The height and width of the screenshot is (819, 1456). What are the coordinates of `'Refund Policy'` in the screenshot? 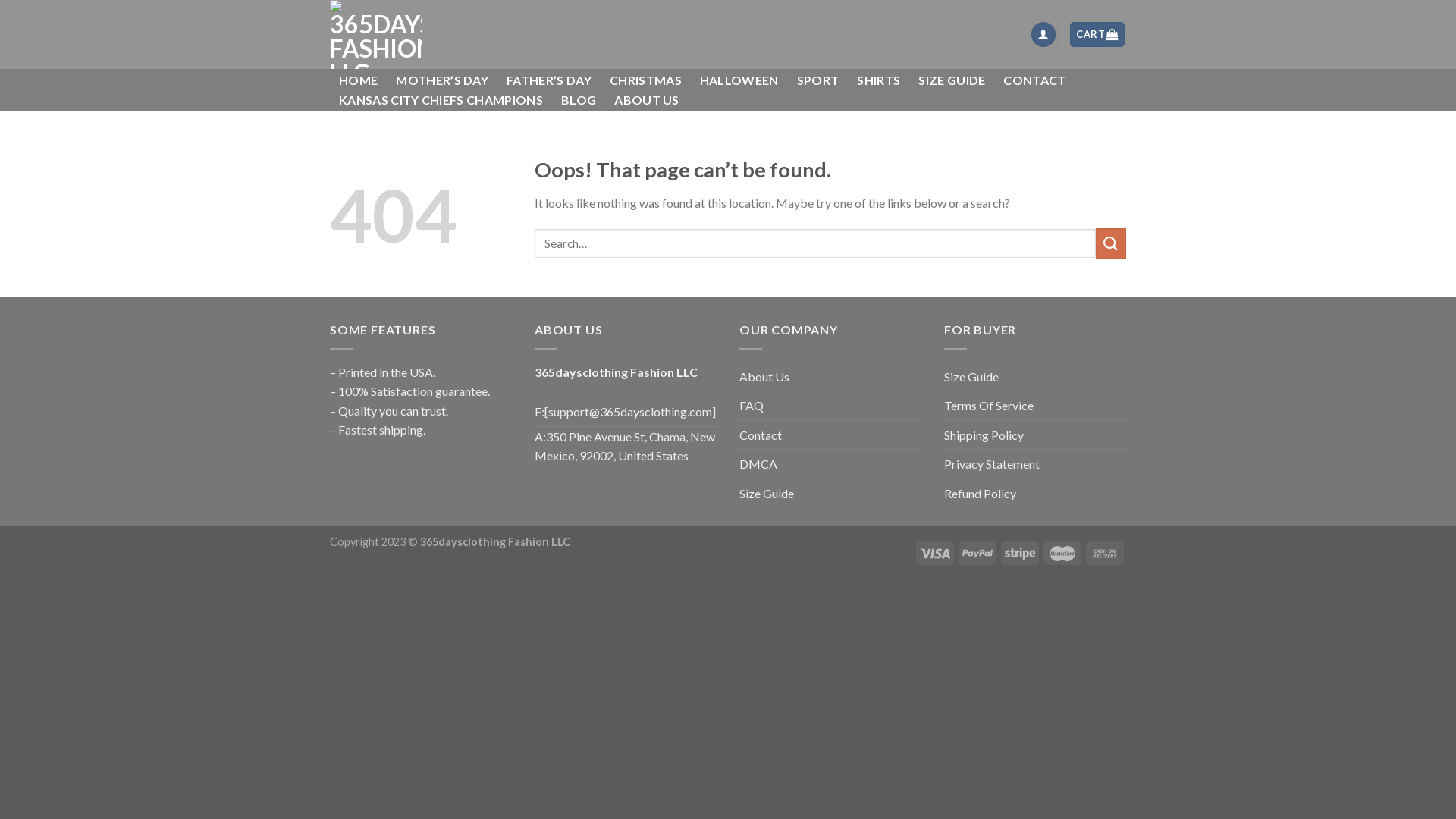 It's located at (943, 494).